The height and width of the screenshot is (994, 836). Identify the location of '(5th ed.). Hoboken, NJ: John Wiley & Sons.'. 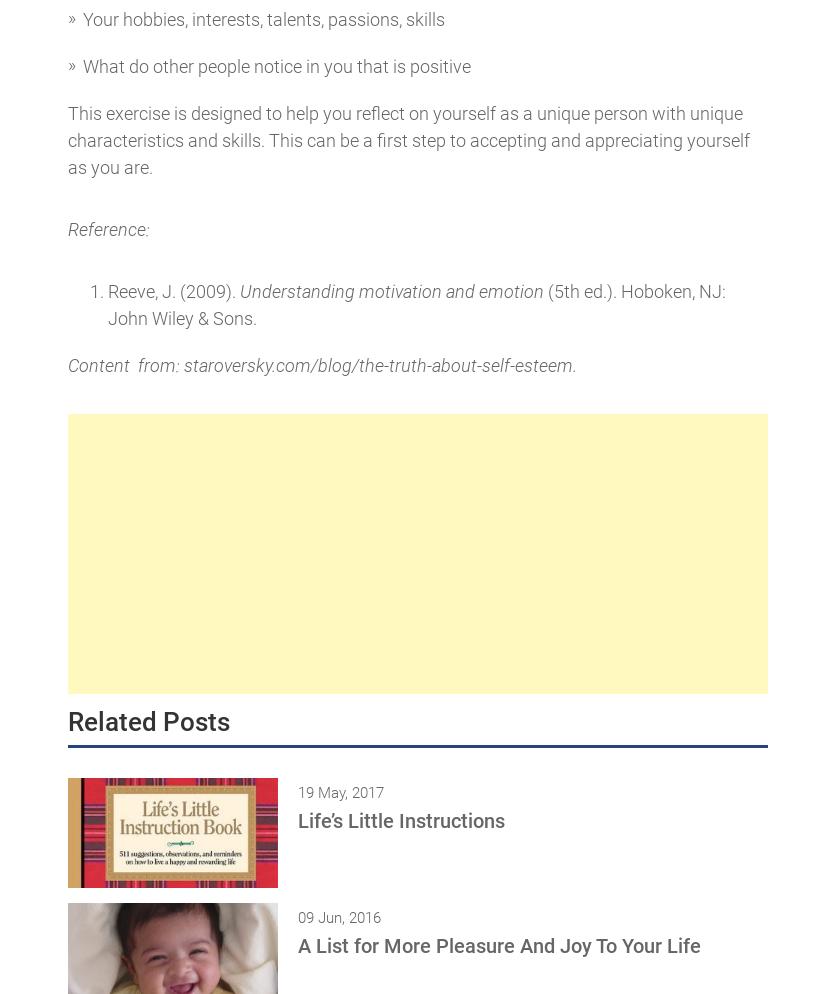
(415, 304).